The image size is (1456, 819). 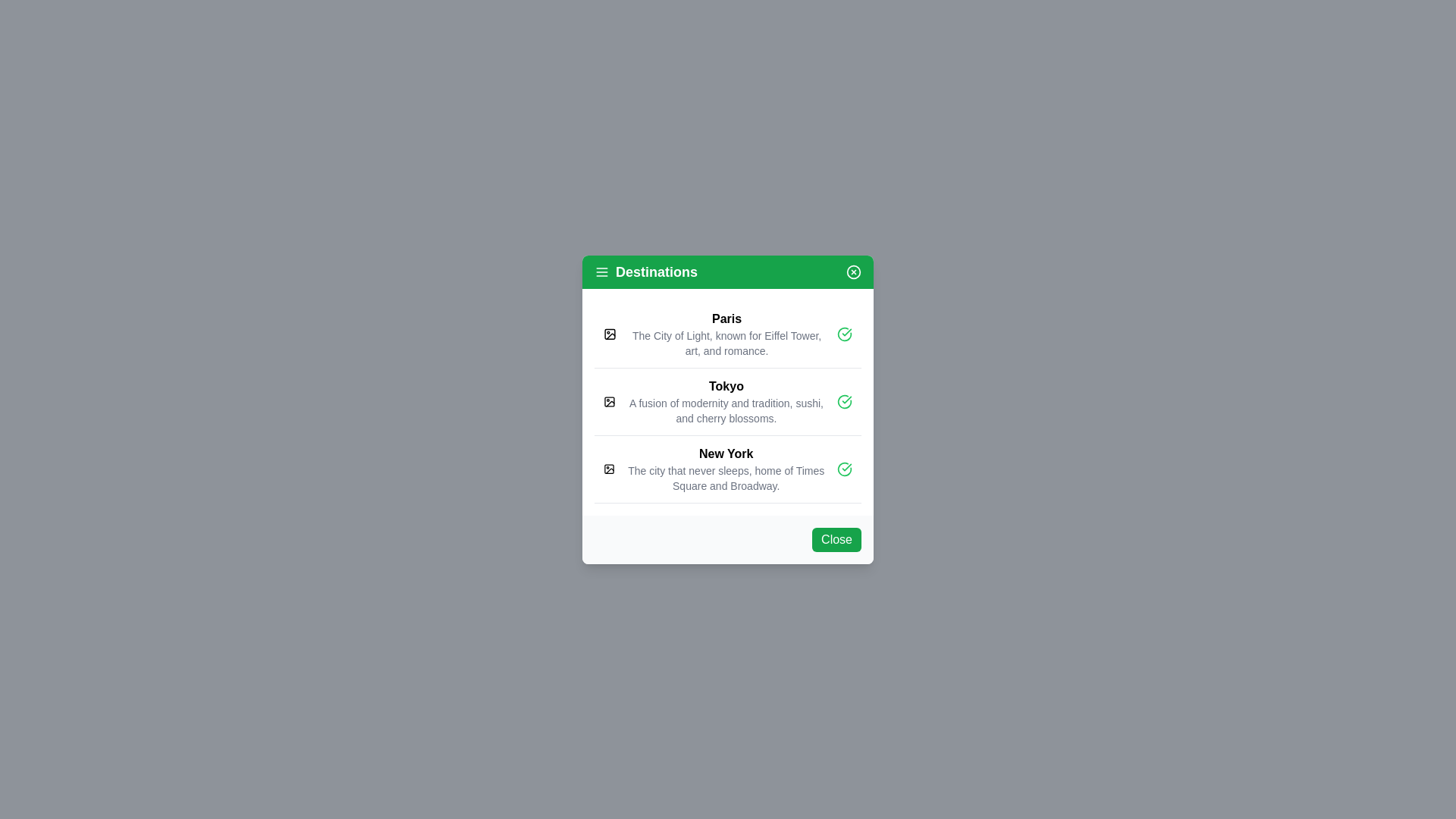 I want to click on the small square SVG icon resembling an image placeholder outline located to the left of the 'Tokyo' label in the second item row of the vertical list, so click(x=609, y=400).